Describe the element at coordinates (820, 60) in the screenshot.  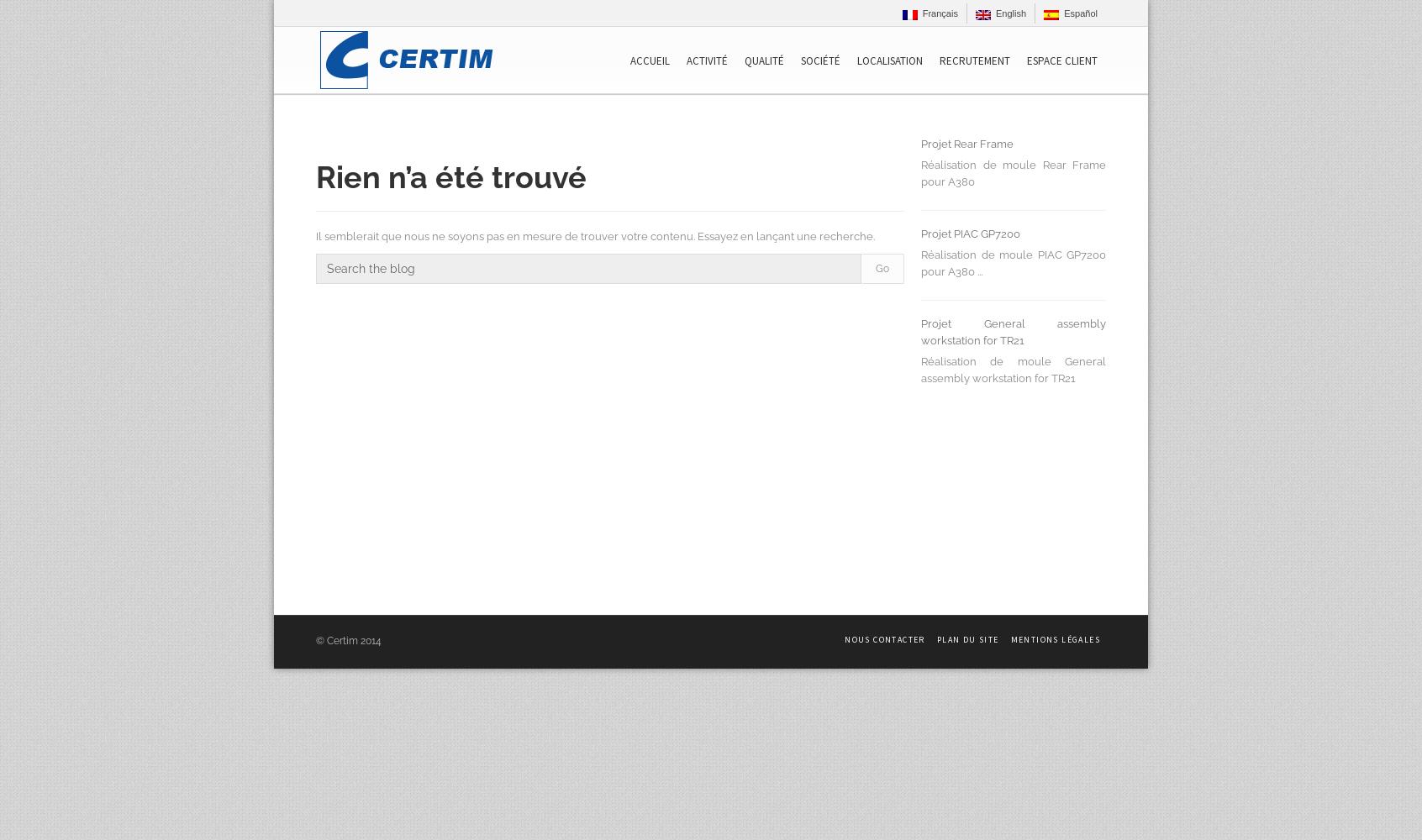
I see `'Société'` at that location.